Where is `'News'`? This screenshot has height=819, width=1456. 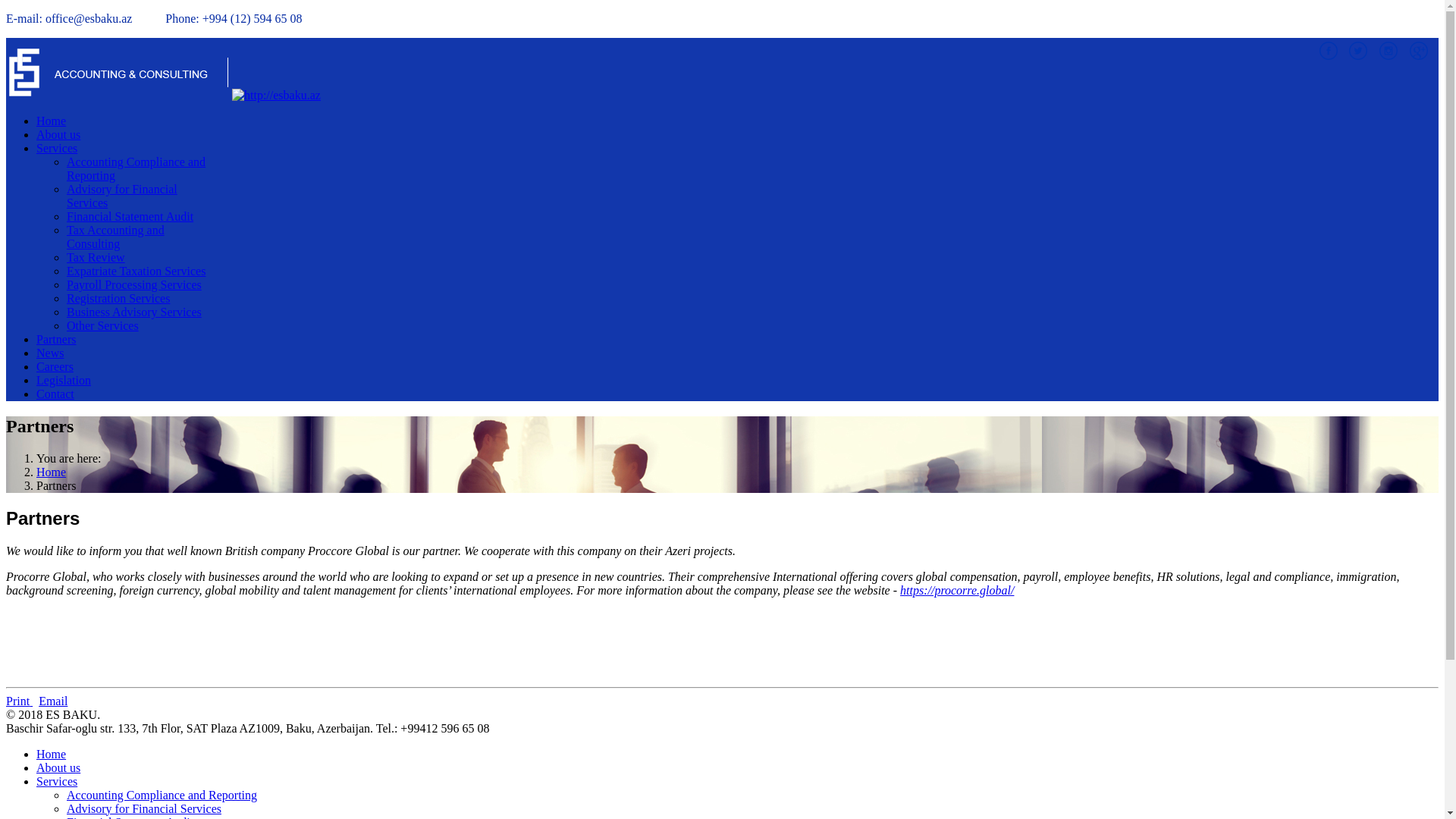
'News' is located at coordinates (50, 353).